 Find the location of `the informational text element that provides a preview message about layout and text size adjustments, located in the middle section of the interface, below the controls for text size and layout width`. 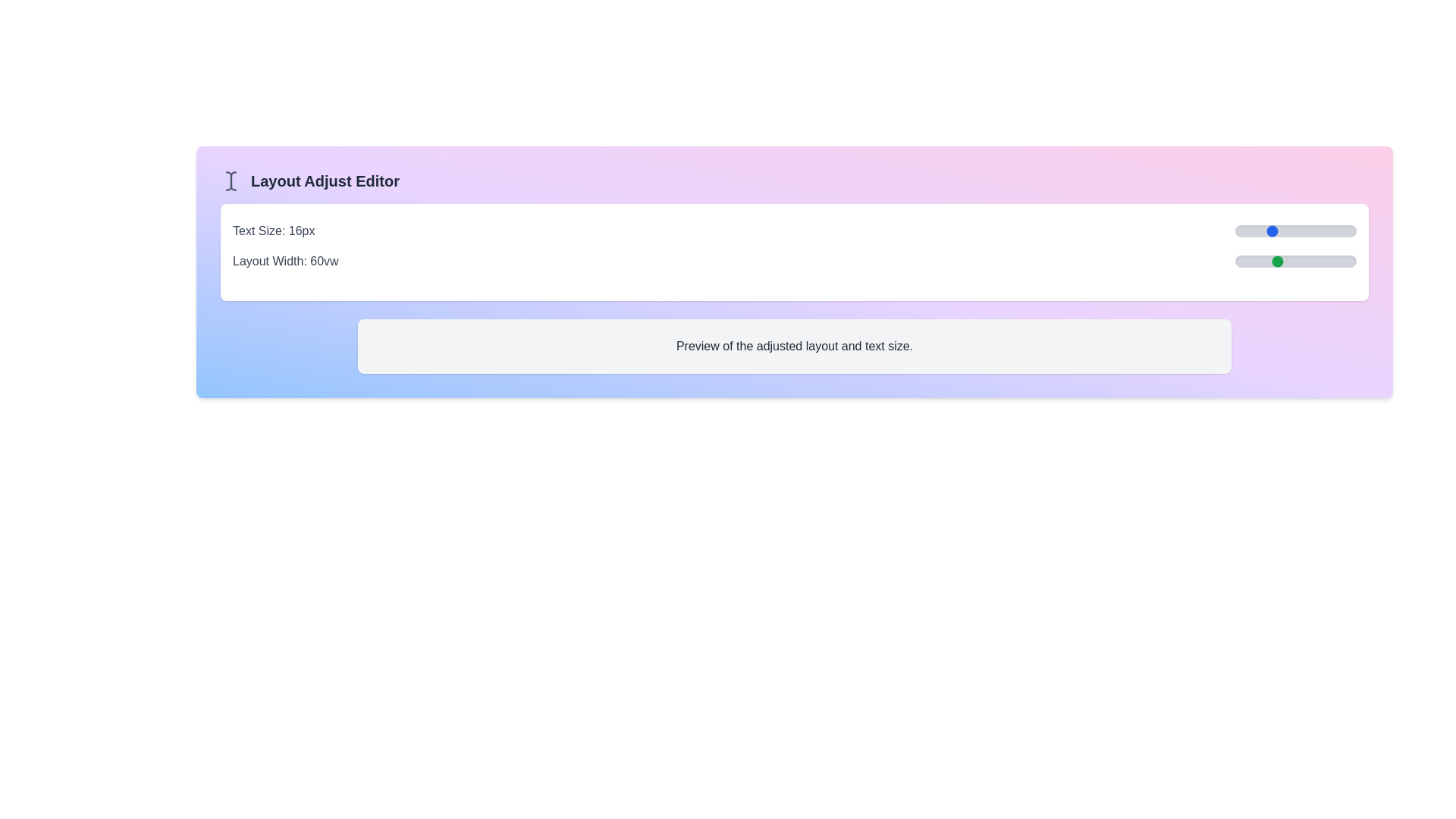

the informational text element that provides a preview message about layout and text size adjustments, located in the middle section of the interface, below the controls for text size and layout width is located at coordinates (793, 346).